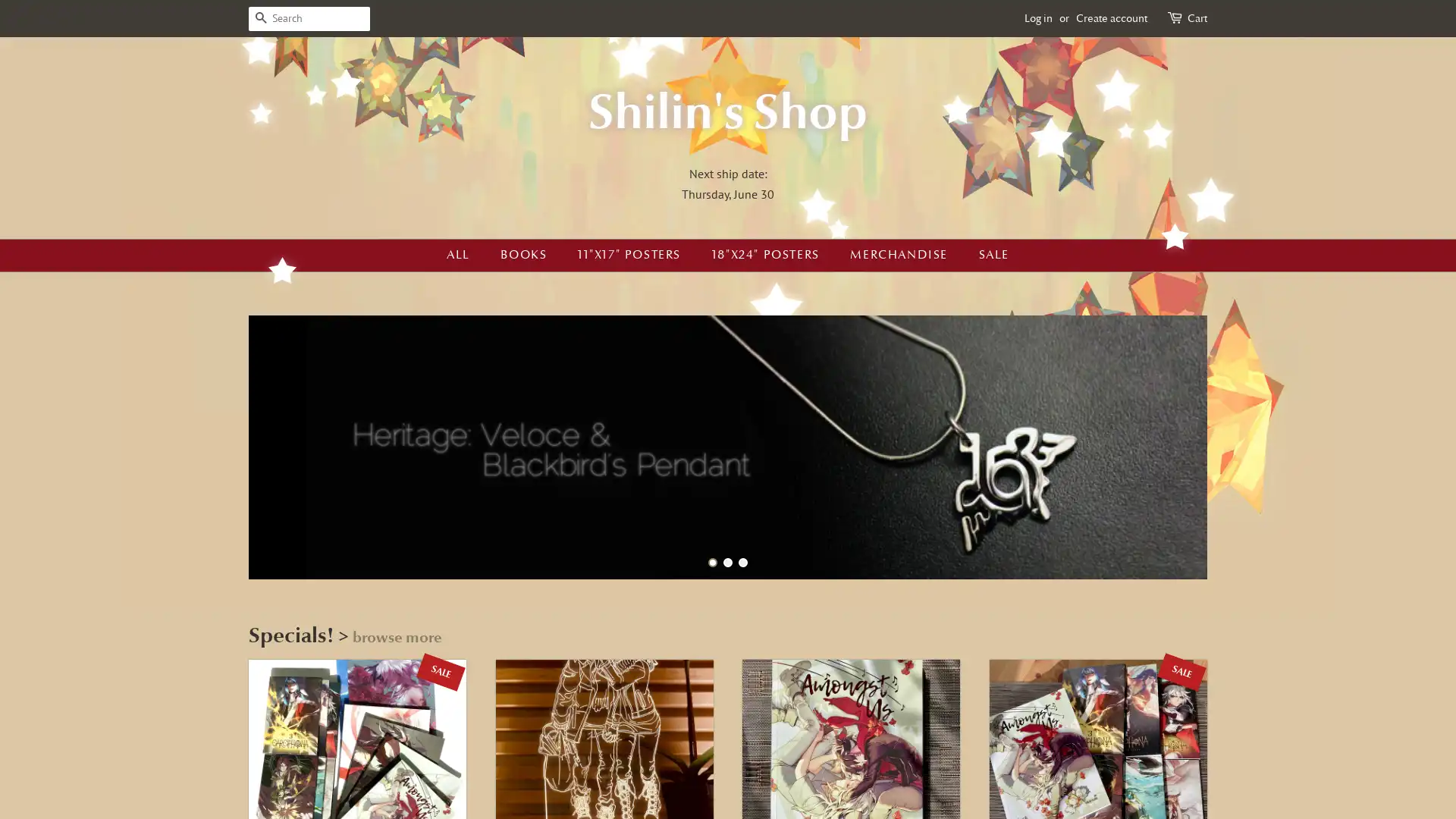  Describe the element at coordinates (261, 18) in the screenshot. I see `SEARCH` at that location.